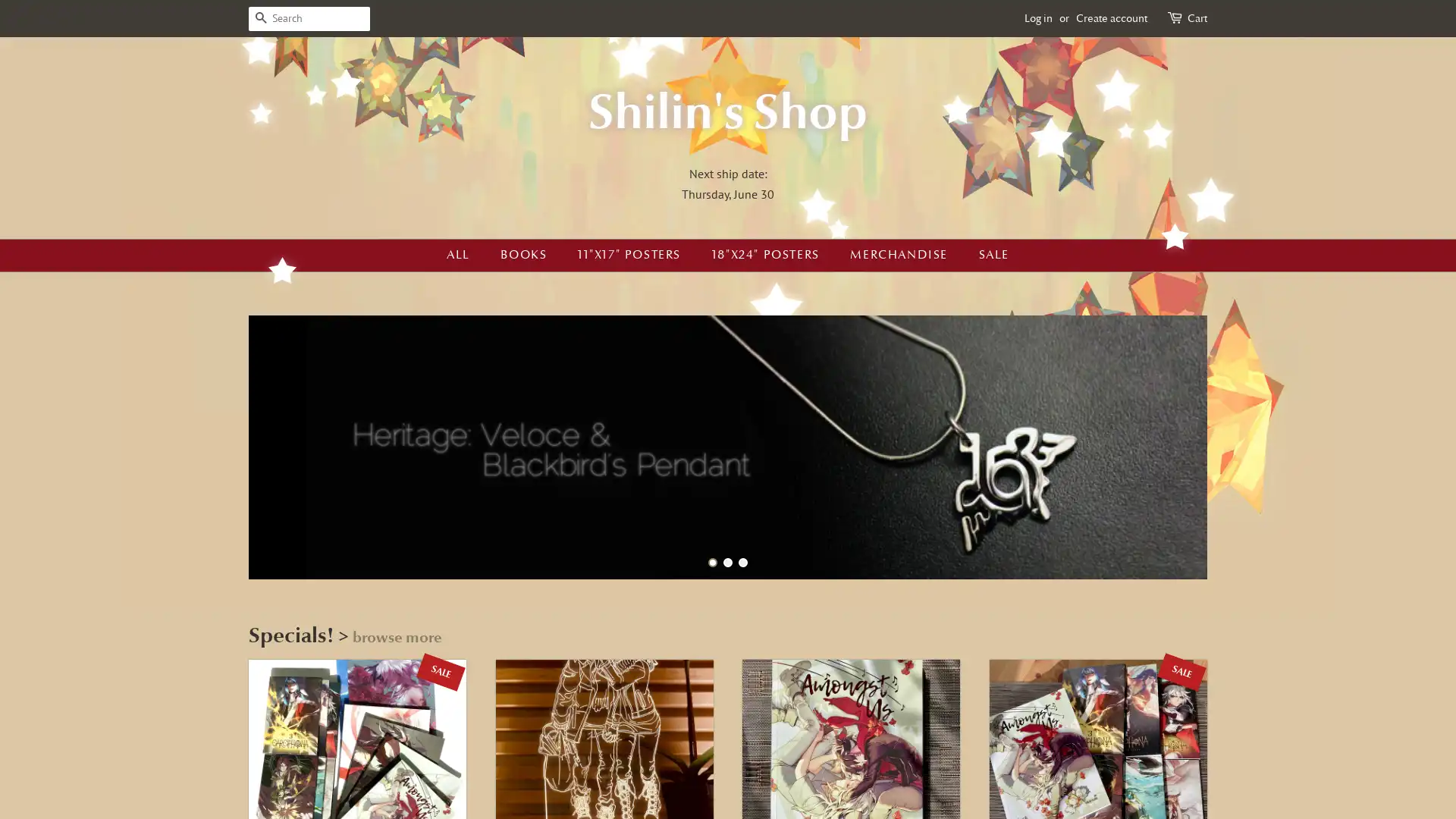  Describe the element at coordinates (261, 18) in the screenshot. I see `SEARCH` at that location.